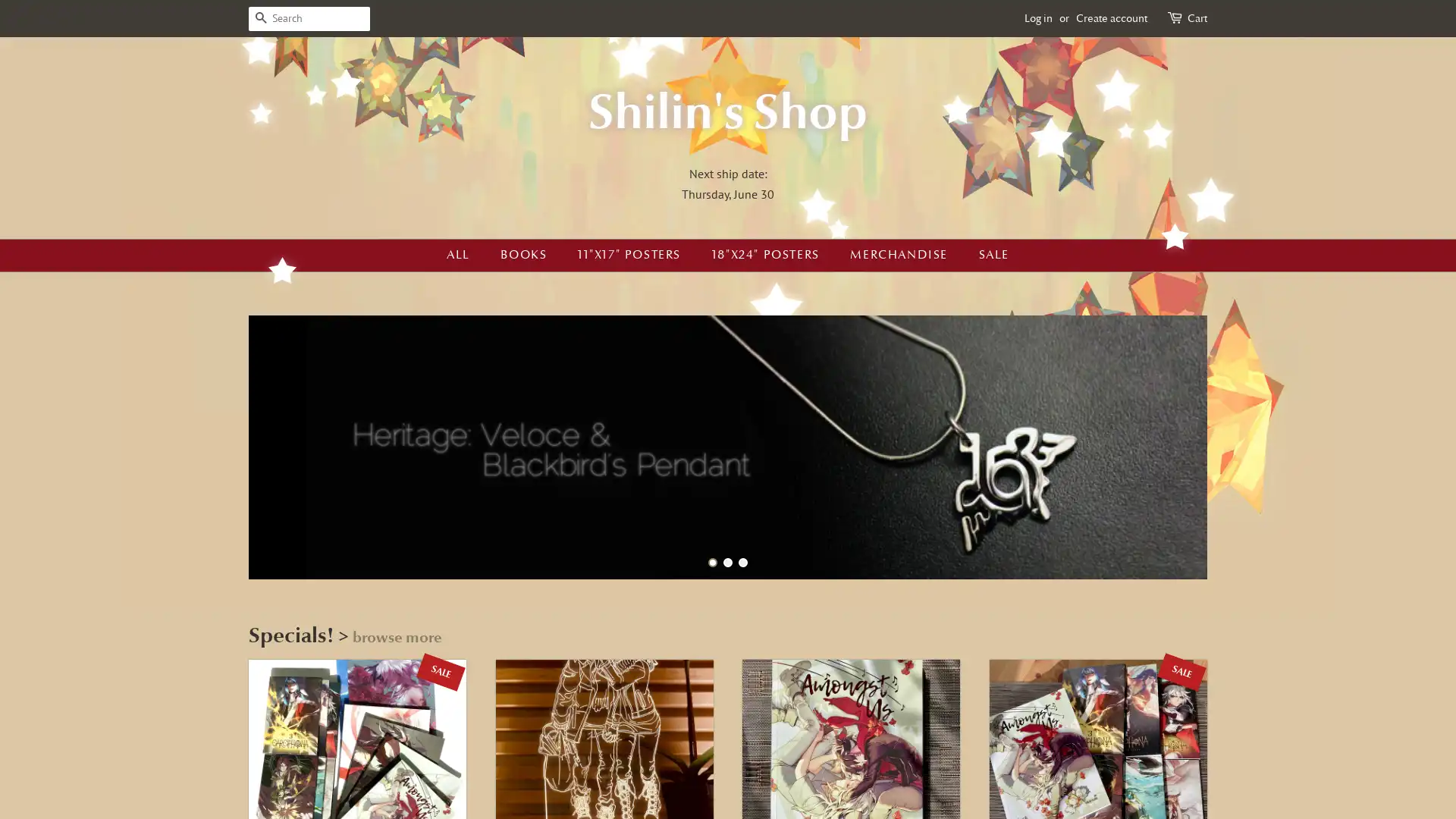  Describe the element at coordinates (261, 18) in the screenshot. I see `SEARCH` at that location.